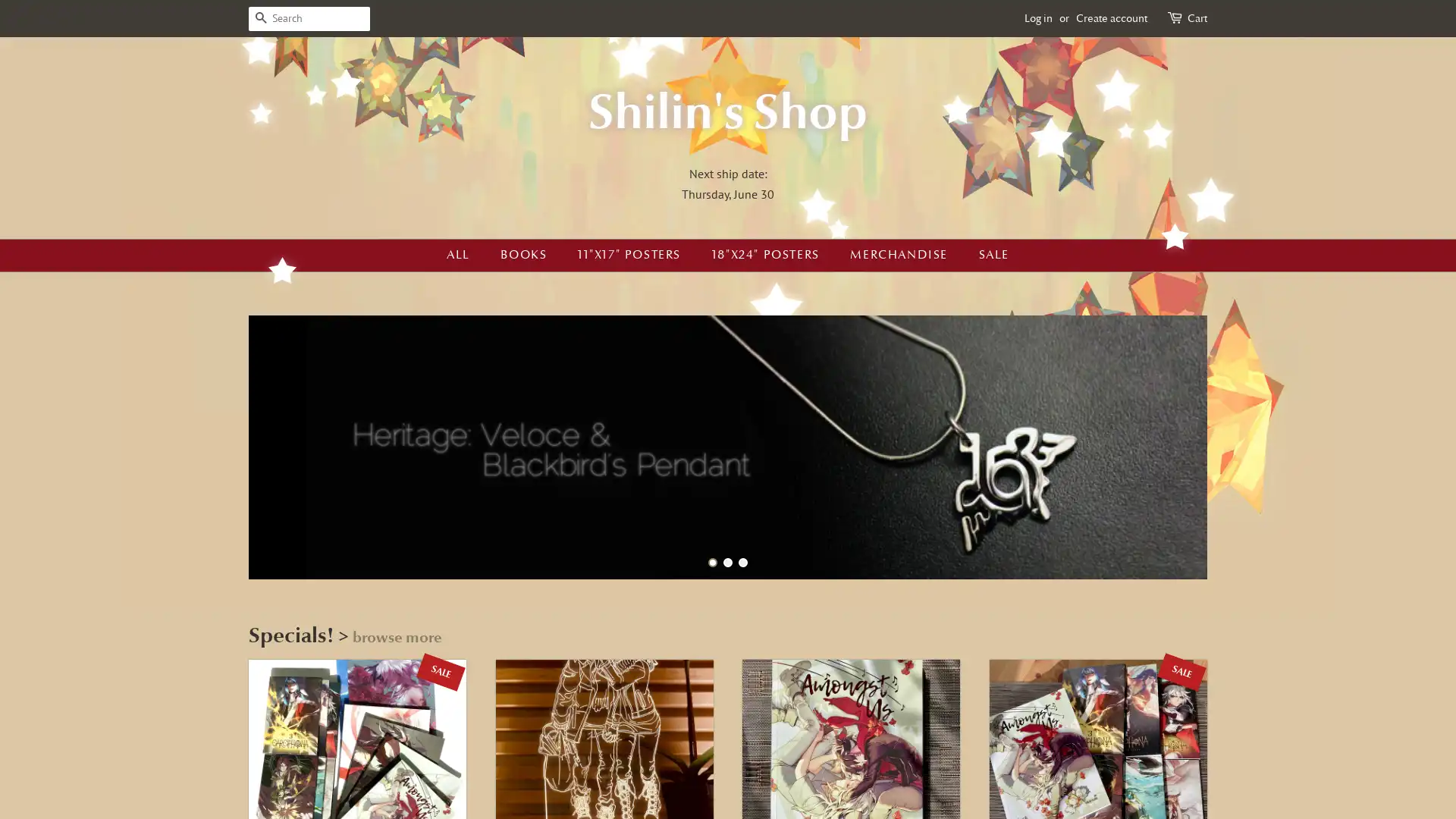  Describe the element at coordinates (261, 18) in the screenshot. I see `SEARCH` at that location.